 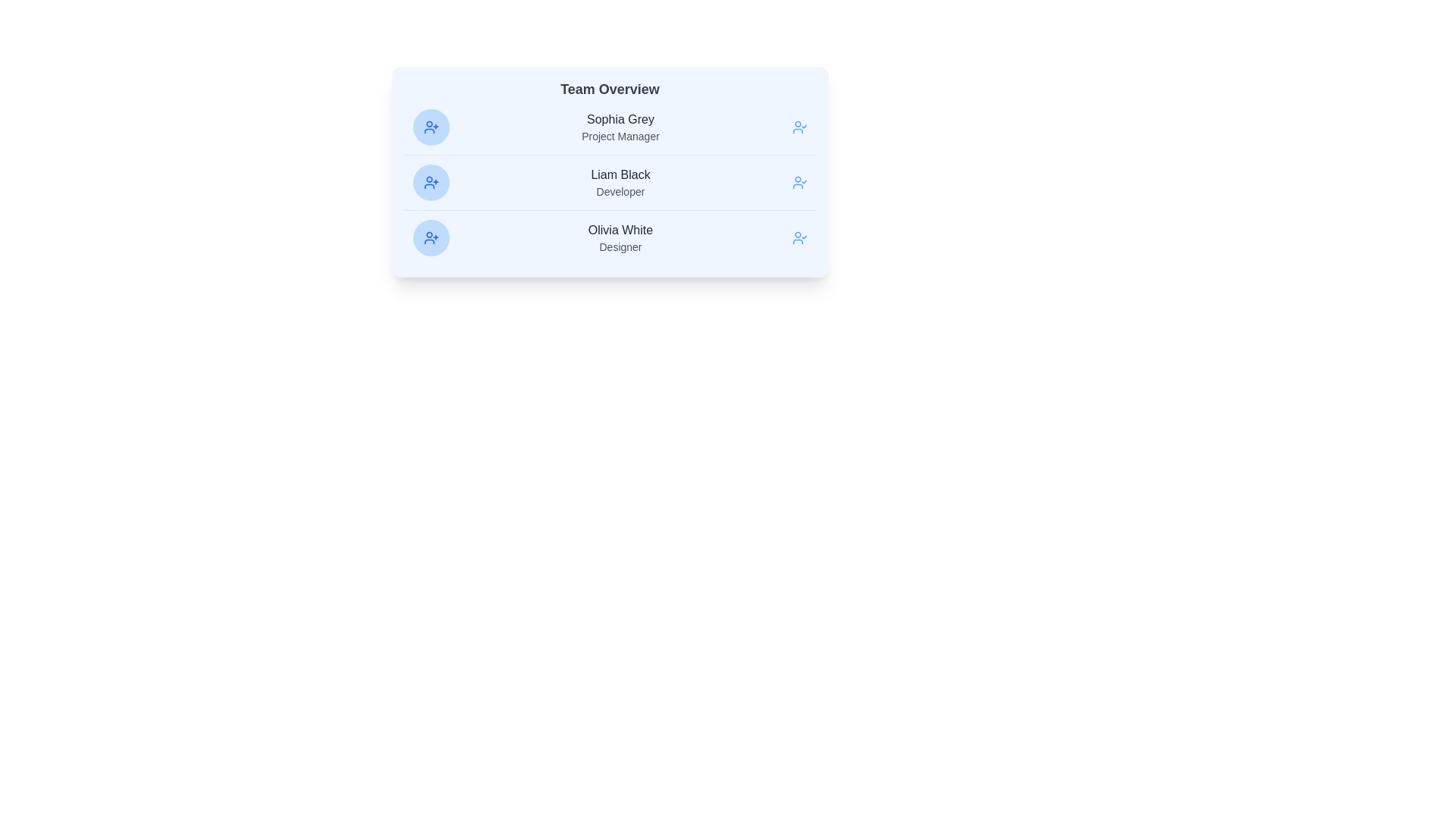 What do you see at coordinates (430, 181) in the screenshot?
I see `the interactive add member icon associated with 'Liam Black'` at bounding box center [430, 181].